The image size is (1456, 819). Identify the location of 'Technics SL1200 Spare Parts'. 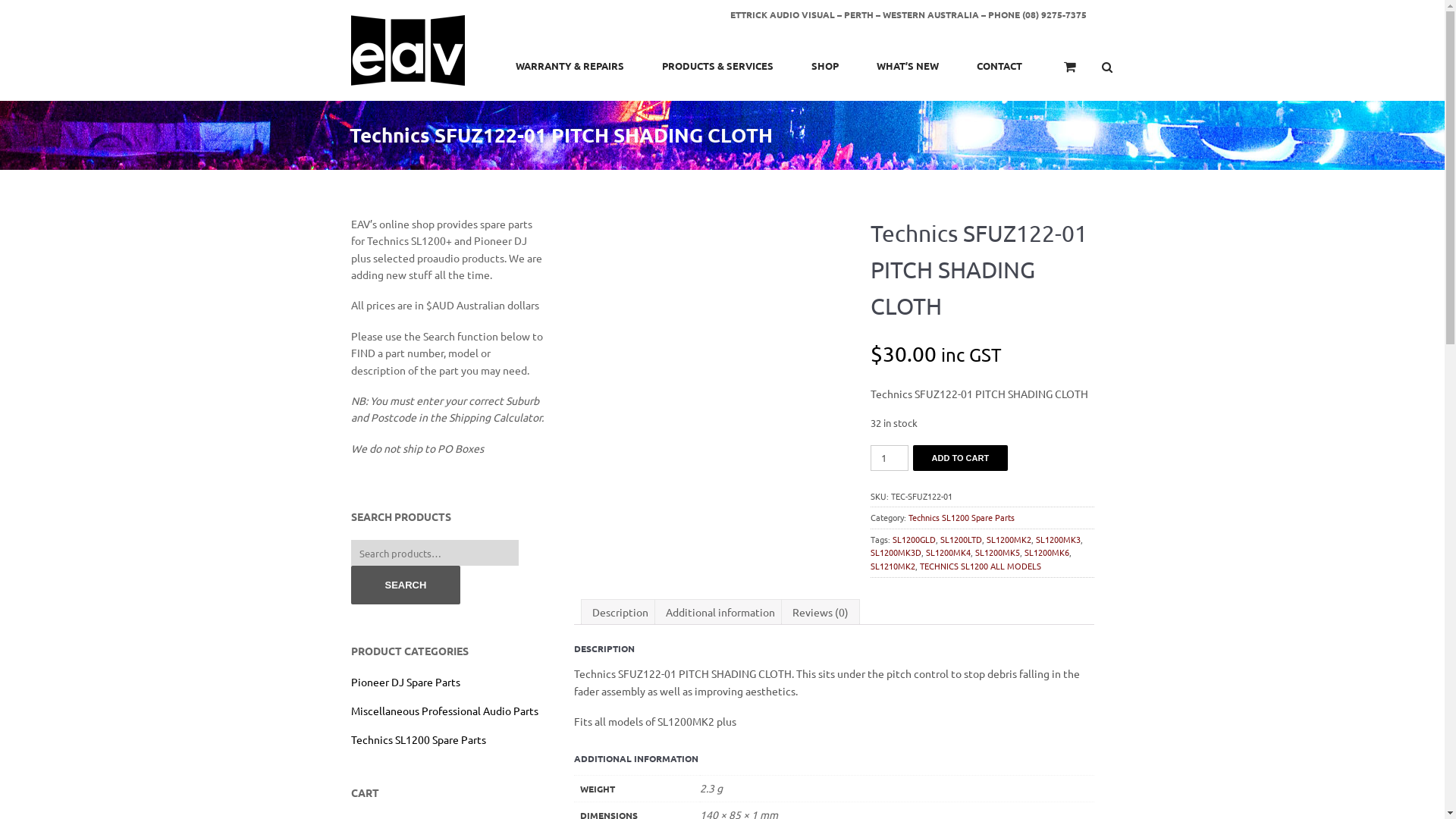
(908, 516).